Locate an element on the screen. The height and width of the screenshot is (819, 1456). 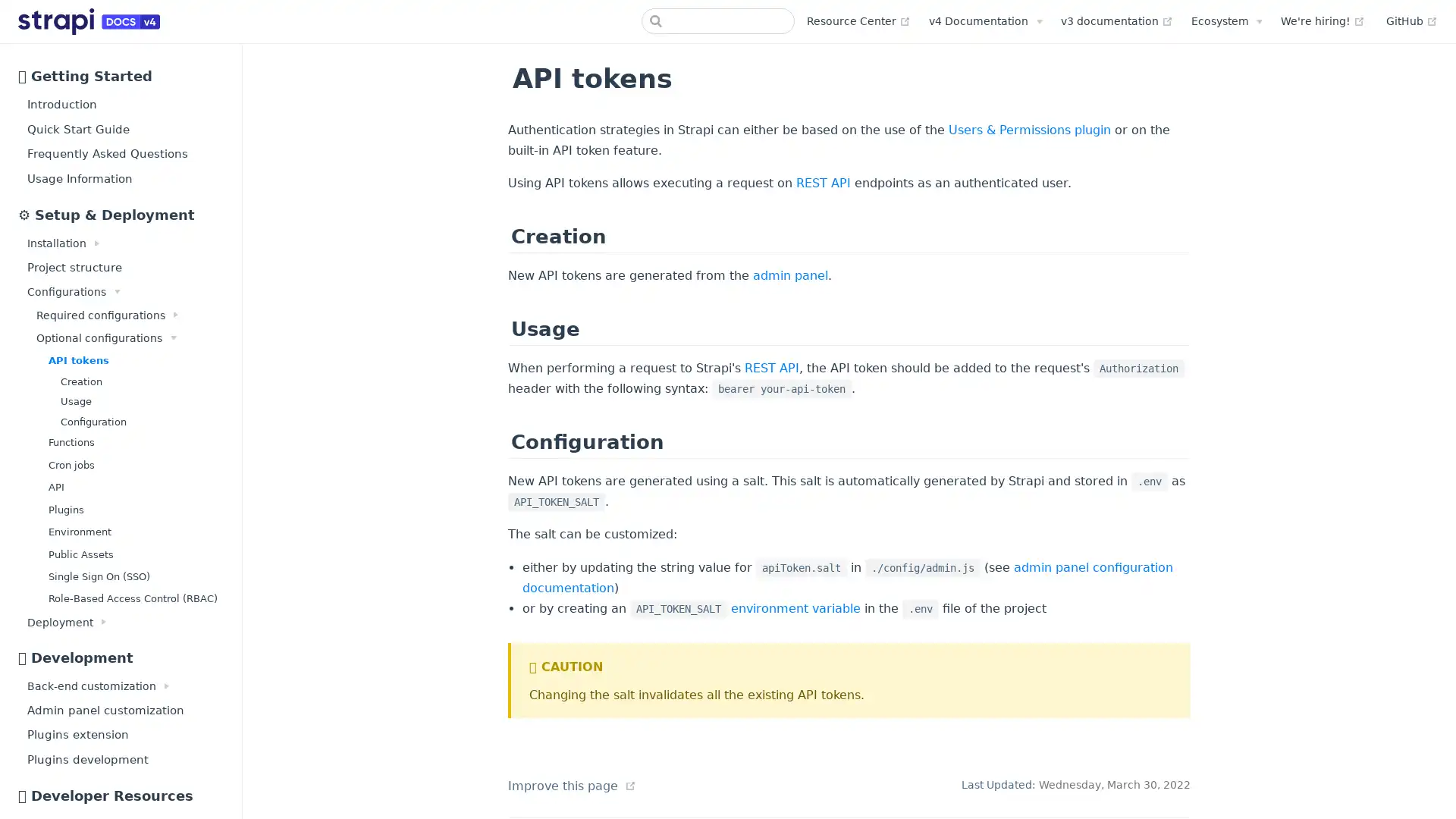
Ecosystem is located at coordinates (1226, 20).